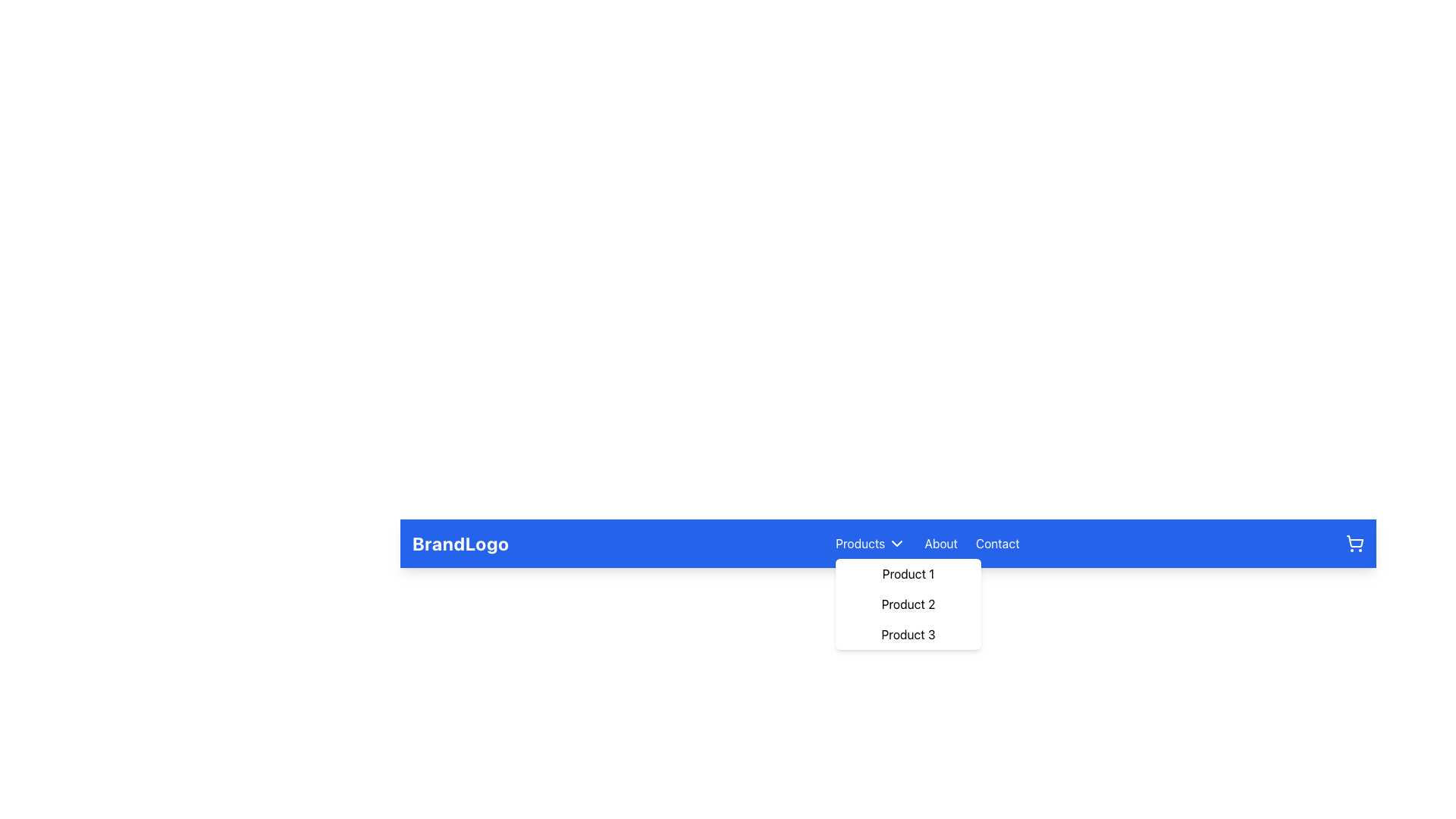  I want to click on the shopping cart icon located at the far right of the blue navigation bar at the top of the webpage, so click(1354, 543).